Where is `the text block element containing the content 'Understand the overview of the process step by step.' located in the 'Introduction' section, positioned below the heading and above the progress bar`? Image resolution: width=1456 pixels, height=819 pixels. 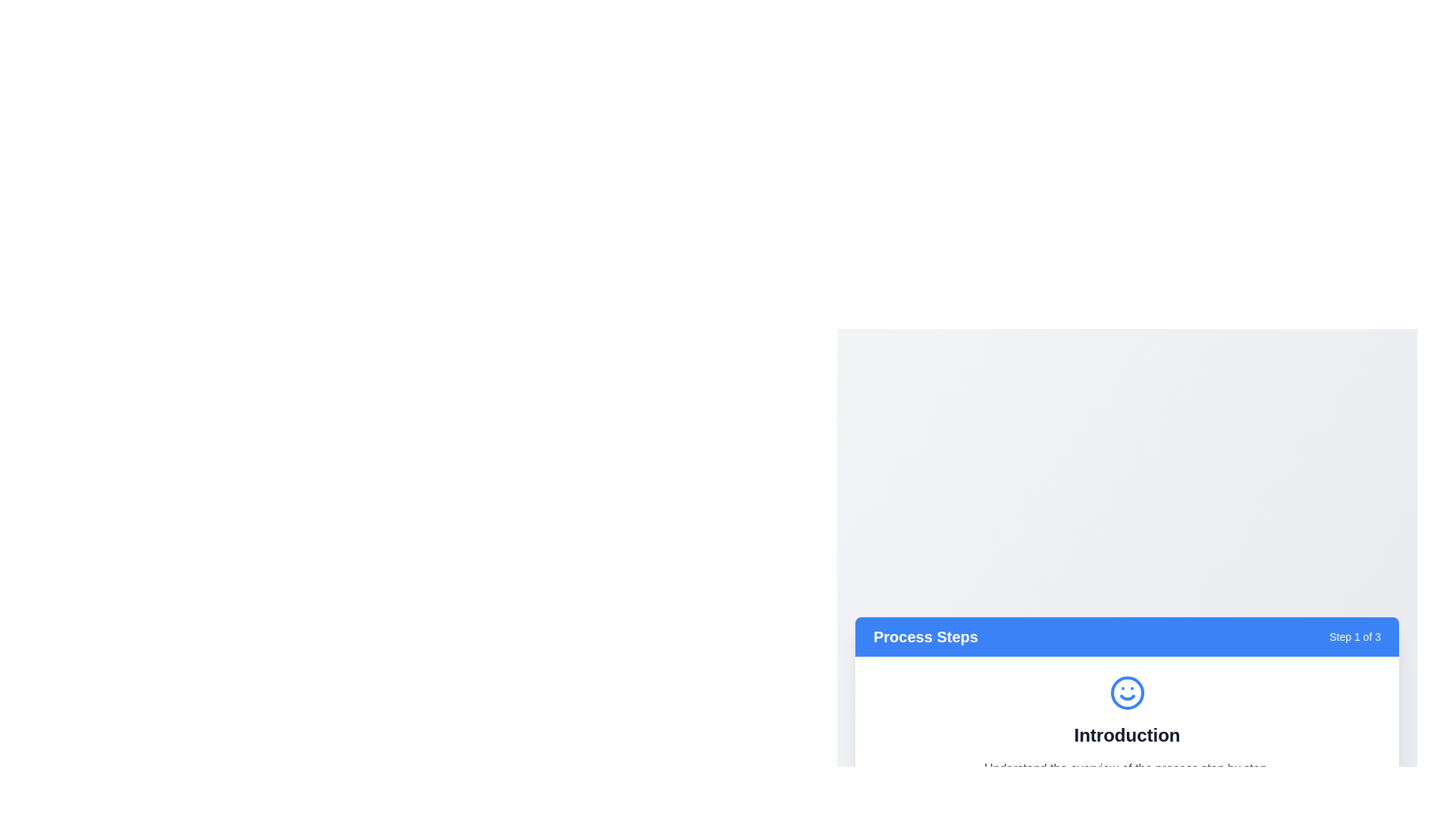 the text block element containing the content 'Understand the overview of the process step by step.' located in the 'Introduction' section, positioned below the heading and above the progress bar is located at coordinates (1127, 768).